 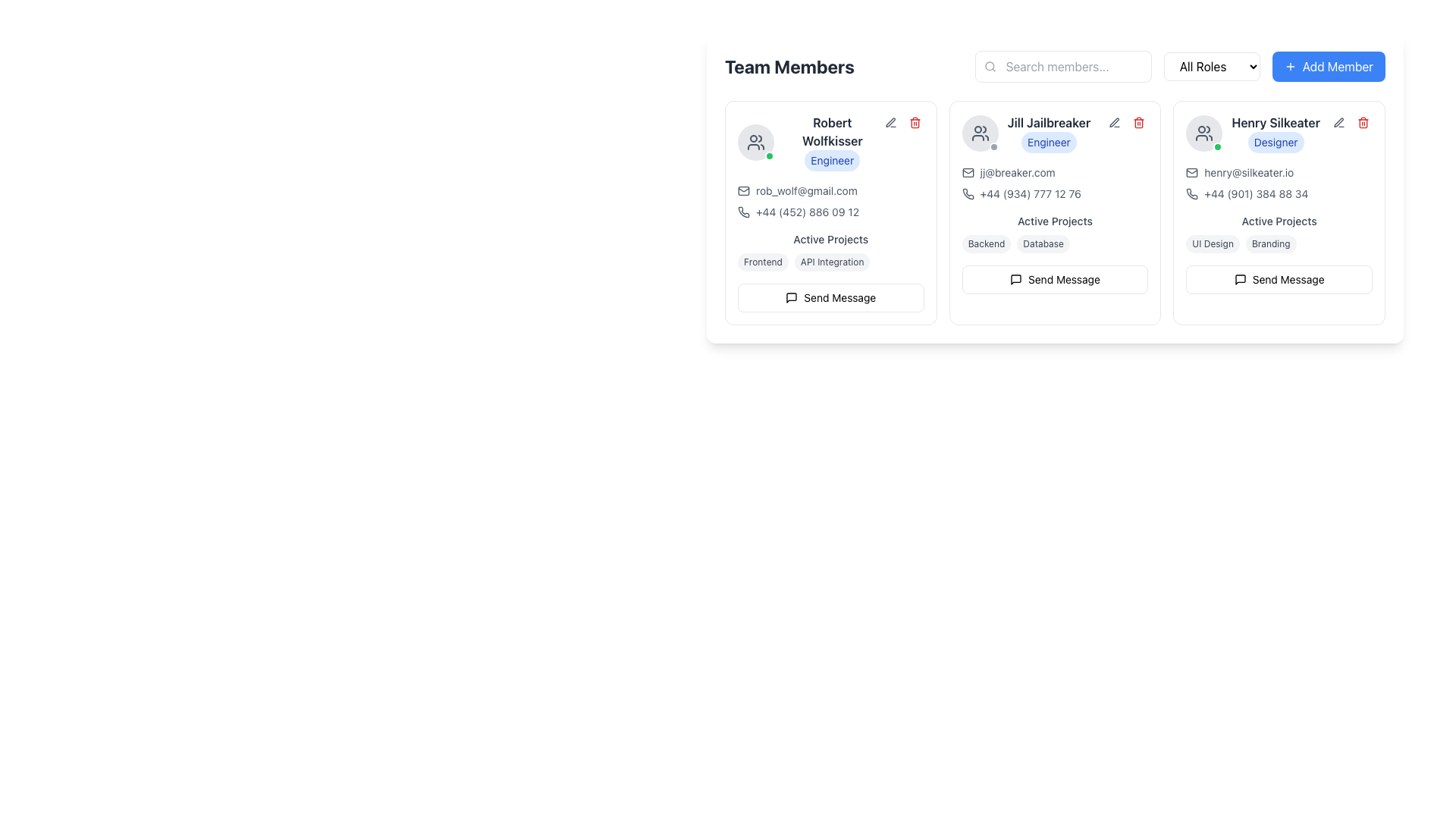 I want to click on the edit button located in the action buttons group for 'Jill Jailbreaker', so click(x=1114, y=122).